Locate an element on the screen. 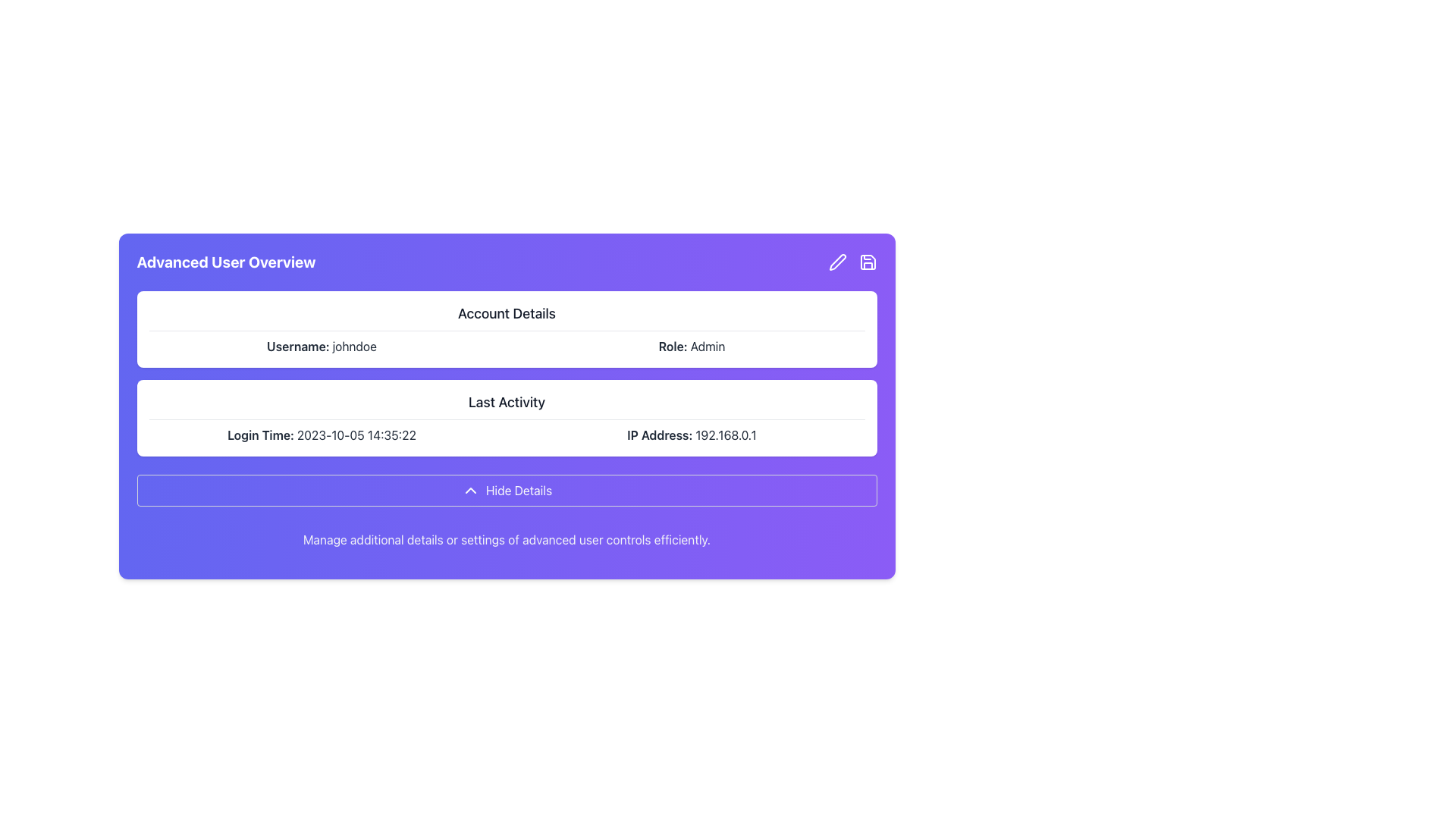 Image resolution: width=1456 pixels, height=819 pixels. the text element displaying 'johndoe' located next to the label 'Username:' in the 'Account Details' section is located at coordinates (353, 346).